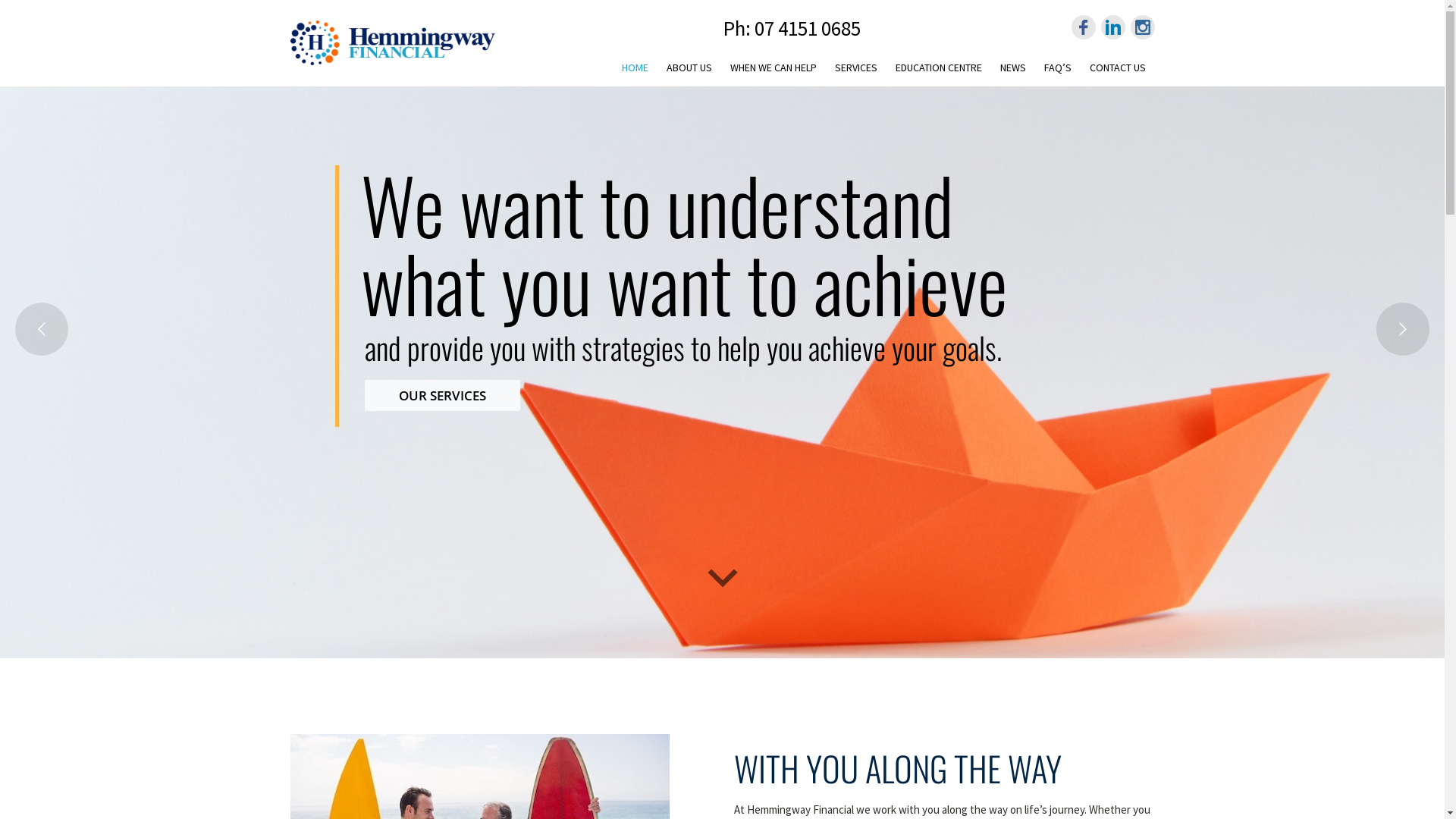  What do you see at coordinates (1082, 27) in the screenshot?
I see `'Visit us on Facebook'` at bounding box center [1082, 27].